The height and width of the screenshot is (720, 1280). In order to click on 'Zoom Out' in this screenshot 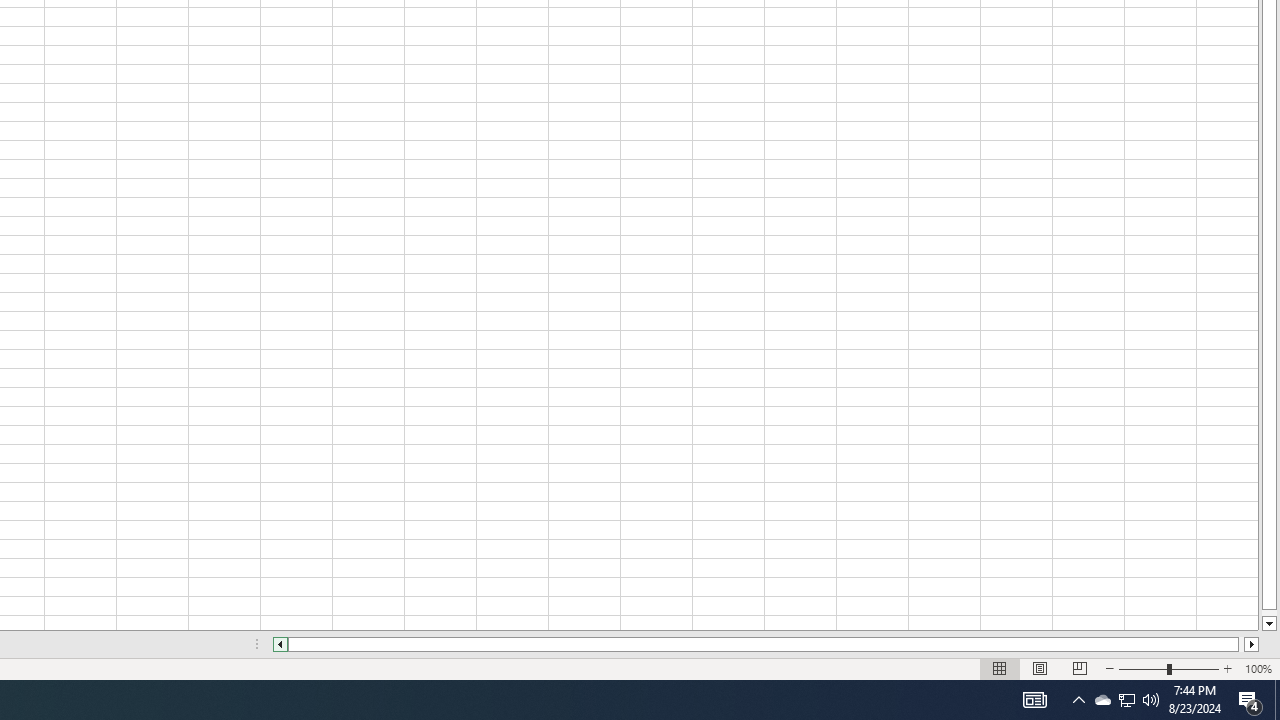, I will do `click(1143, 669)`.